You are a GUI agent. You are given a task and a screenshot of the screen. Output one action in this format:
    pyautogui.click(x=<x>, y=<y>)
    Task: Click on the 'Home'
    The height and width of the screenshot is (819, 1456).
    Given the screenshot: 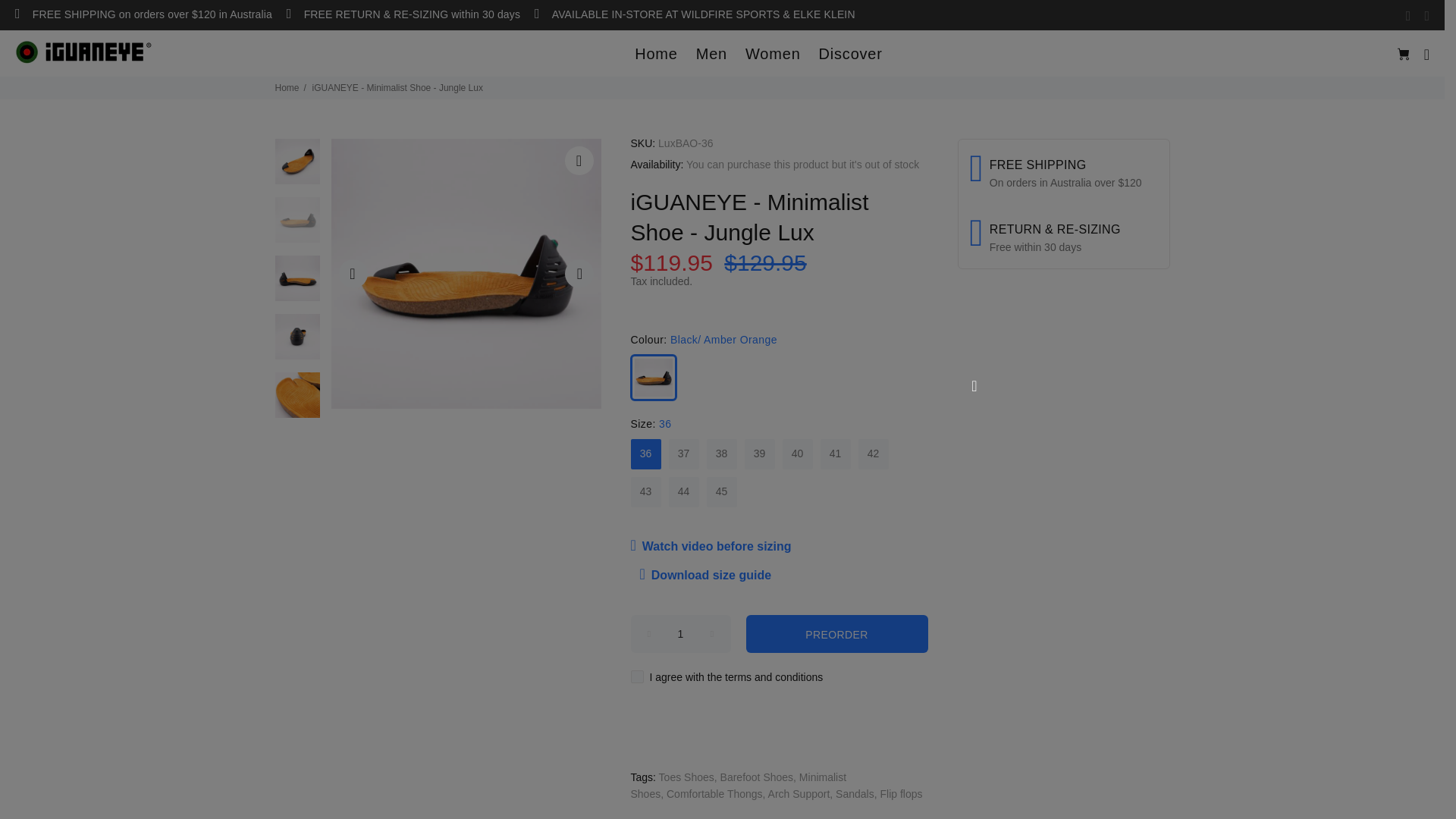 What is the action you would take?
    pyautogui.click(x=274, y=87)
    